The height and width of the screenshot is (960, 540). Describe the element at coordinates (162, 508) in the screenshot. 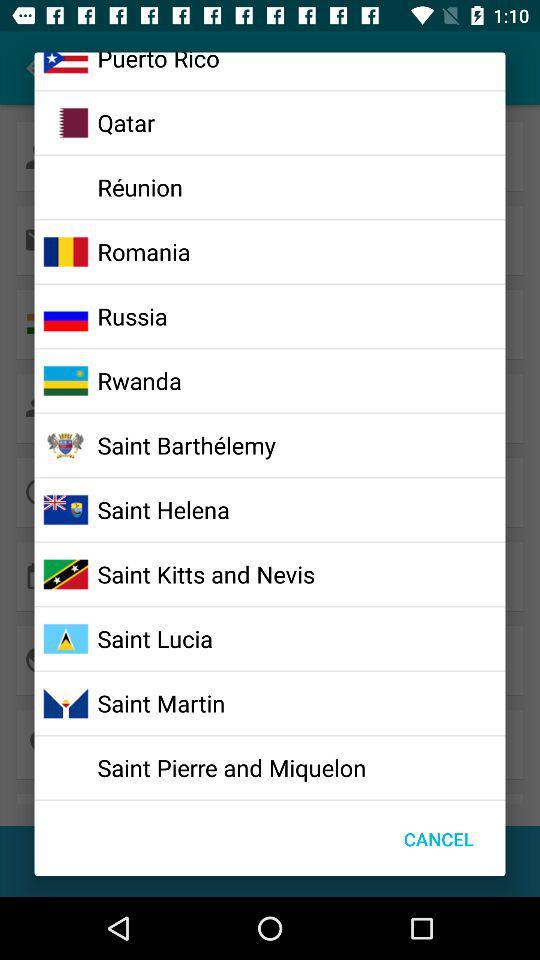

I see `the saint helena` at that location.